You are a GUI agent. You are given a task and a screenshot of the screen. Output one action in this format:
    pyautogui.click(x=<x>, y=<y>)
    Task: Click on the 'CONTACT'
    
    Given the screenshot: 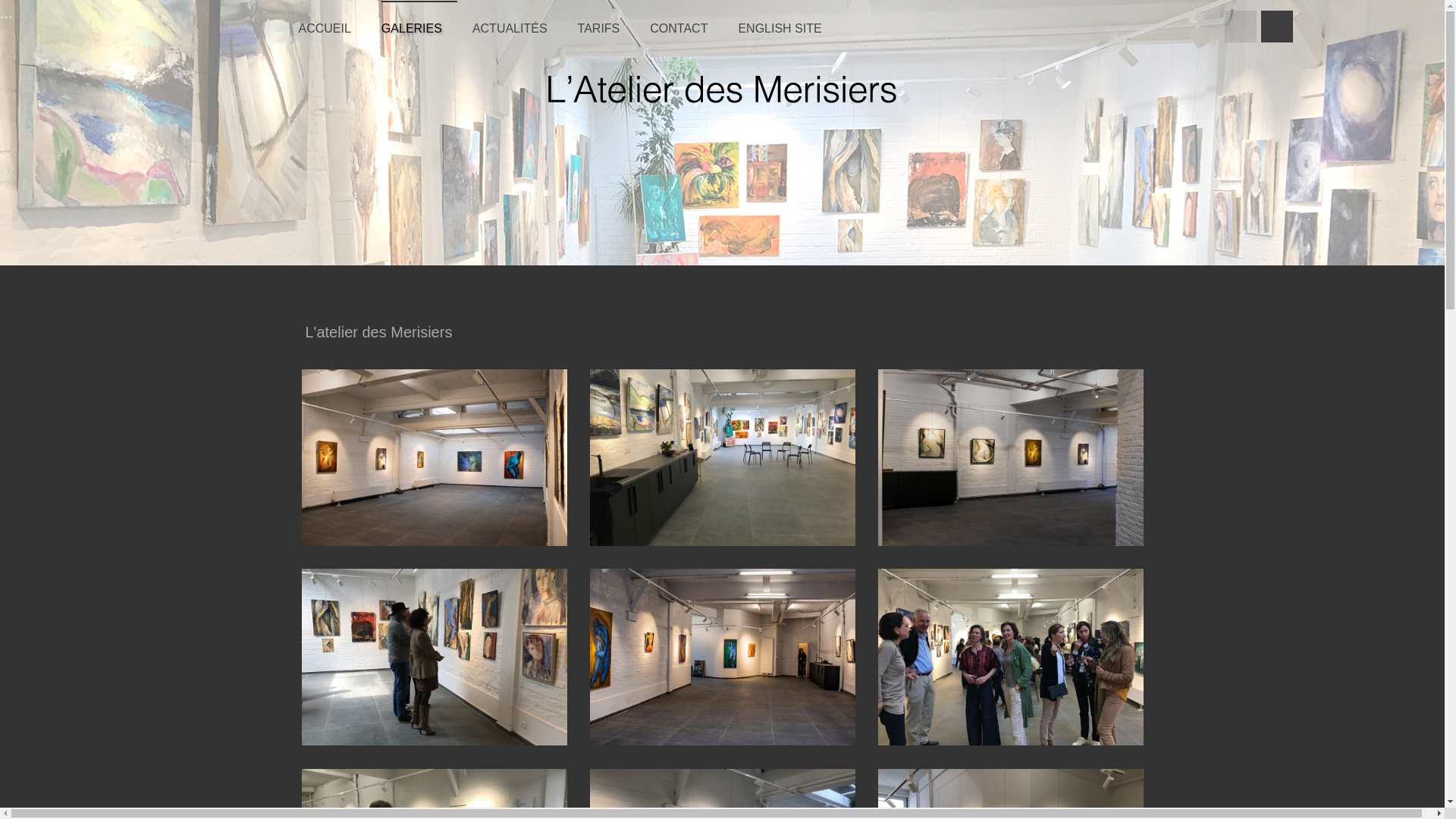 What is the action you would take?
    pyautogui.click(x=686, y=23)
    